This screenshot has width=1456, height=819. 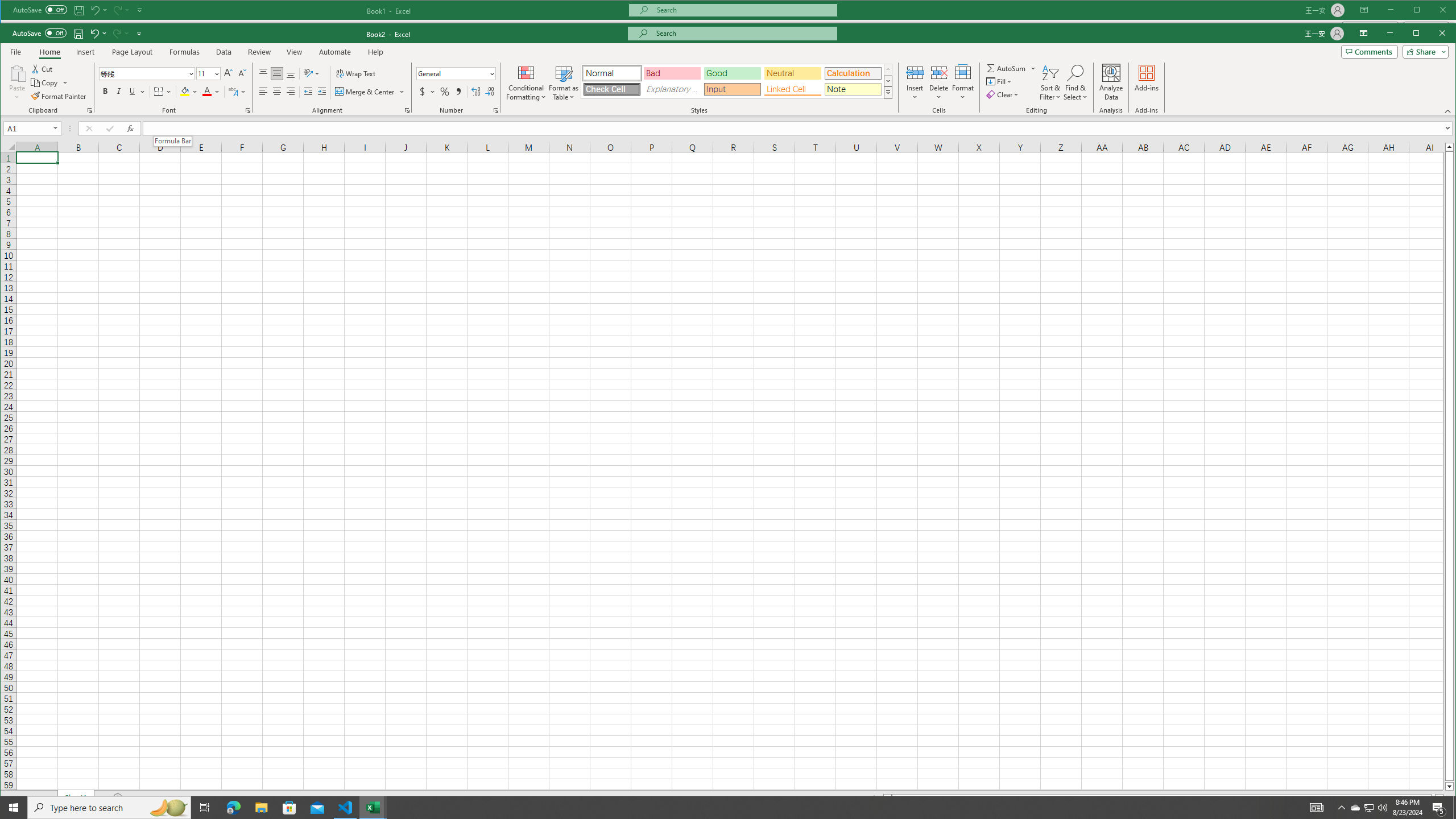 What do you see at coordinates (612, 72) in the screenshot?
I see `'Normal'` at bounding box center [612, 72].